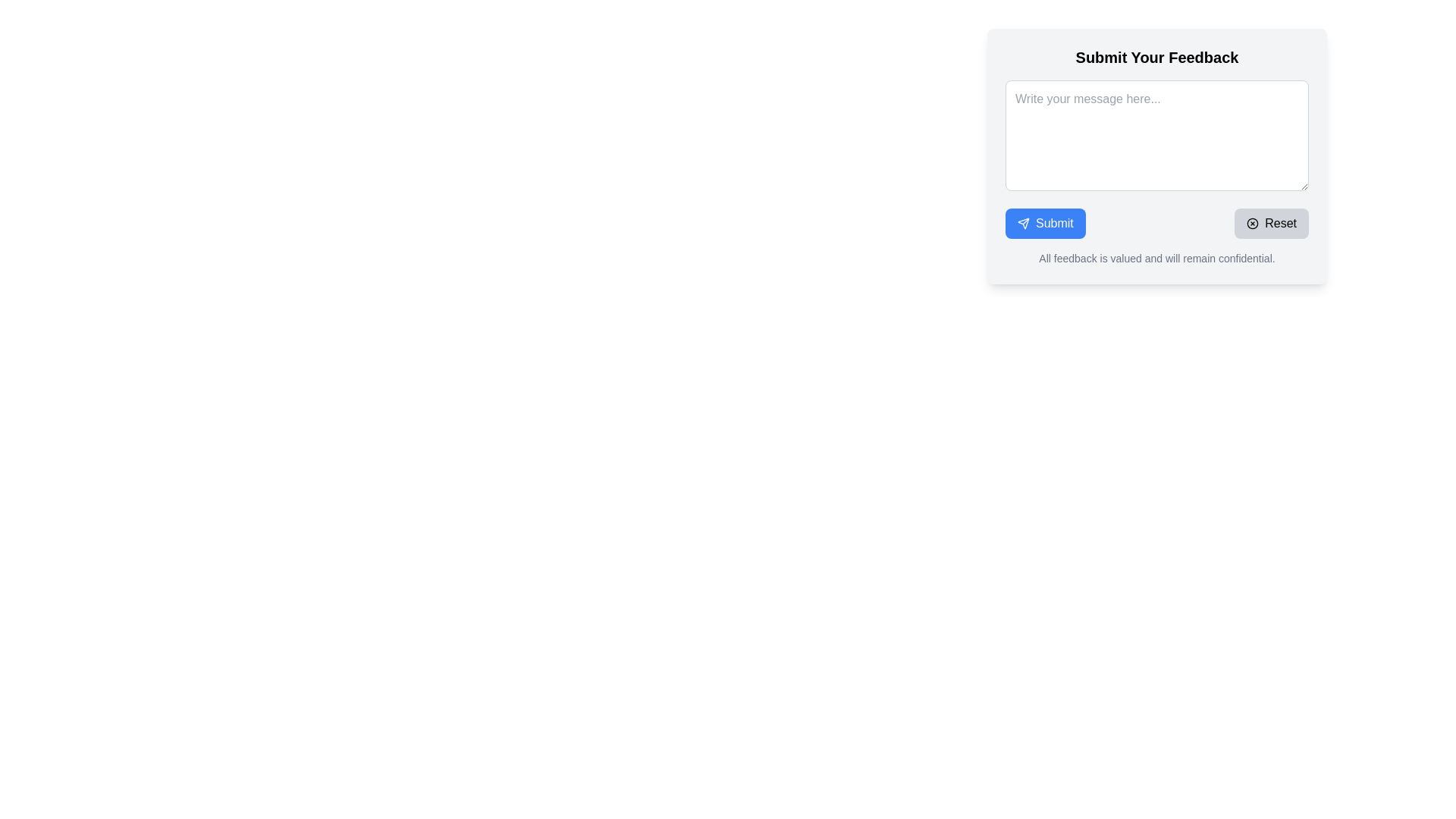  I want to click on the title text of the feedback form, which is positioned at the top of the form above the text input field and action buttons, so click(1156, 57).